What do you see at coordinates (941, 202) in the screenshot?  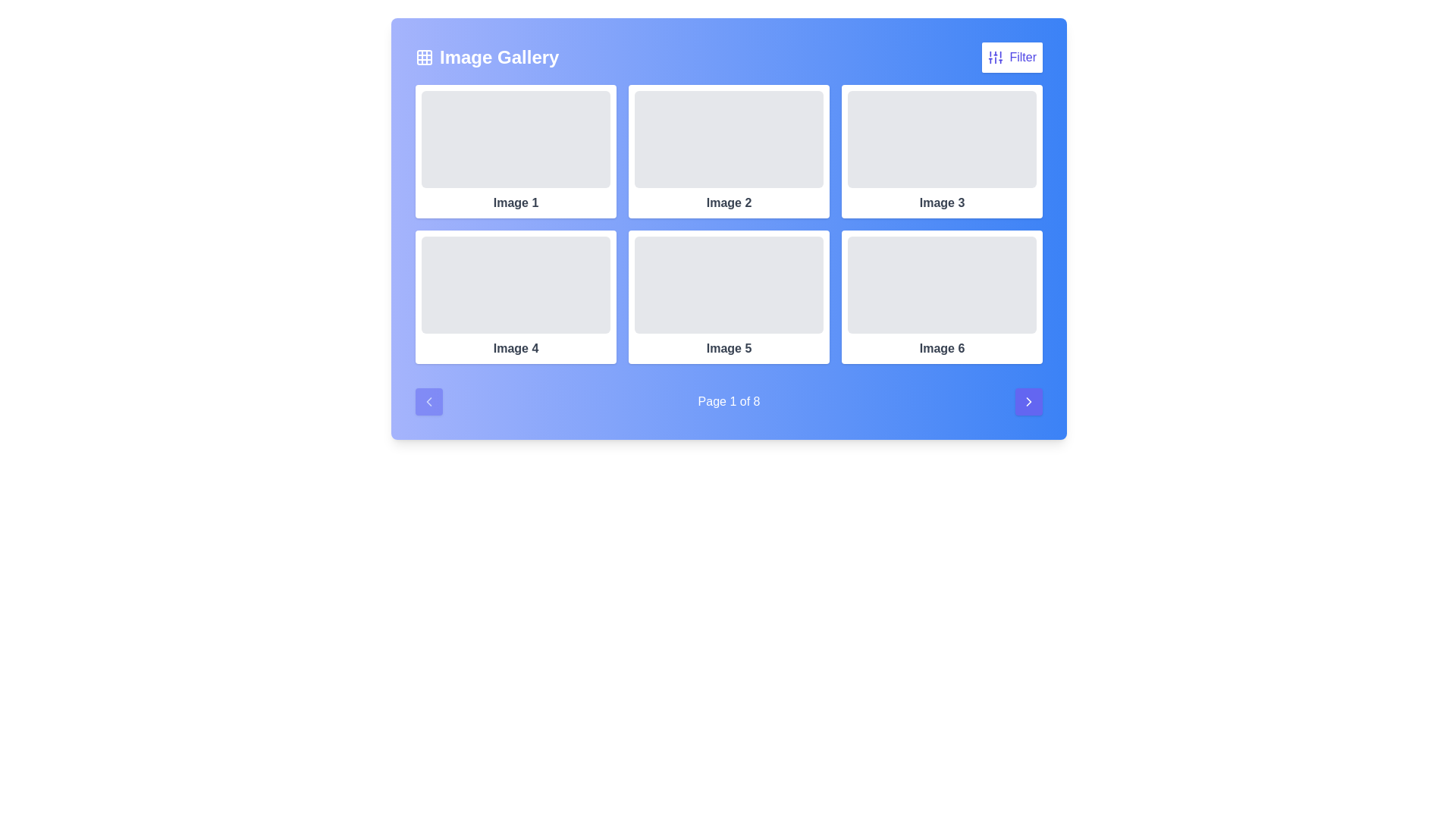 I see `the text label displaying 'Image 3' in a bold, medium-gray font, located below a placeholder image in the third column of the first row of a six-item grid layout` at bounding box center [941, 202].